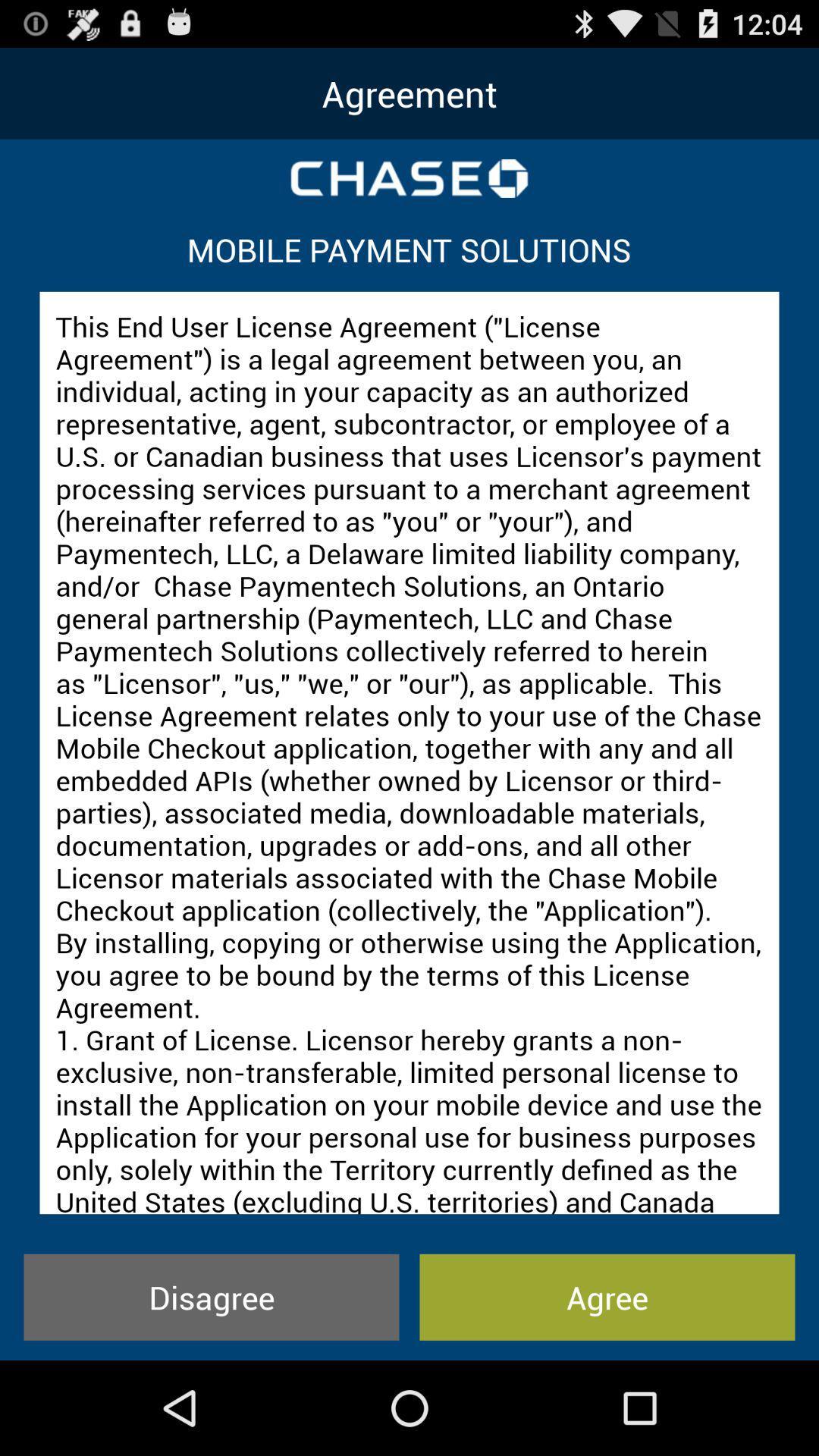 The height and width of the screenshot is (1456, 819). What do you see at coordinates (607, 1296) in the screenshot?
I see `the icon next to the disagree` at bounding box center [607, 1296].